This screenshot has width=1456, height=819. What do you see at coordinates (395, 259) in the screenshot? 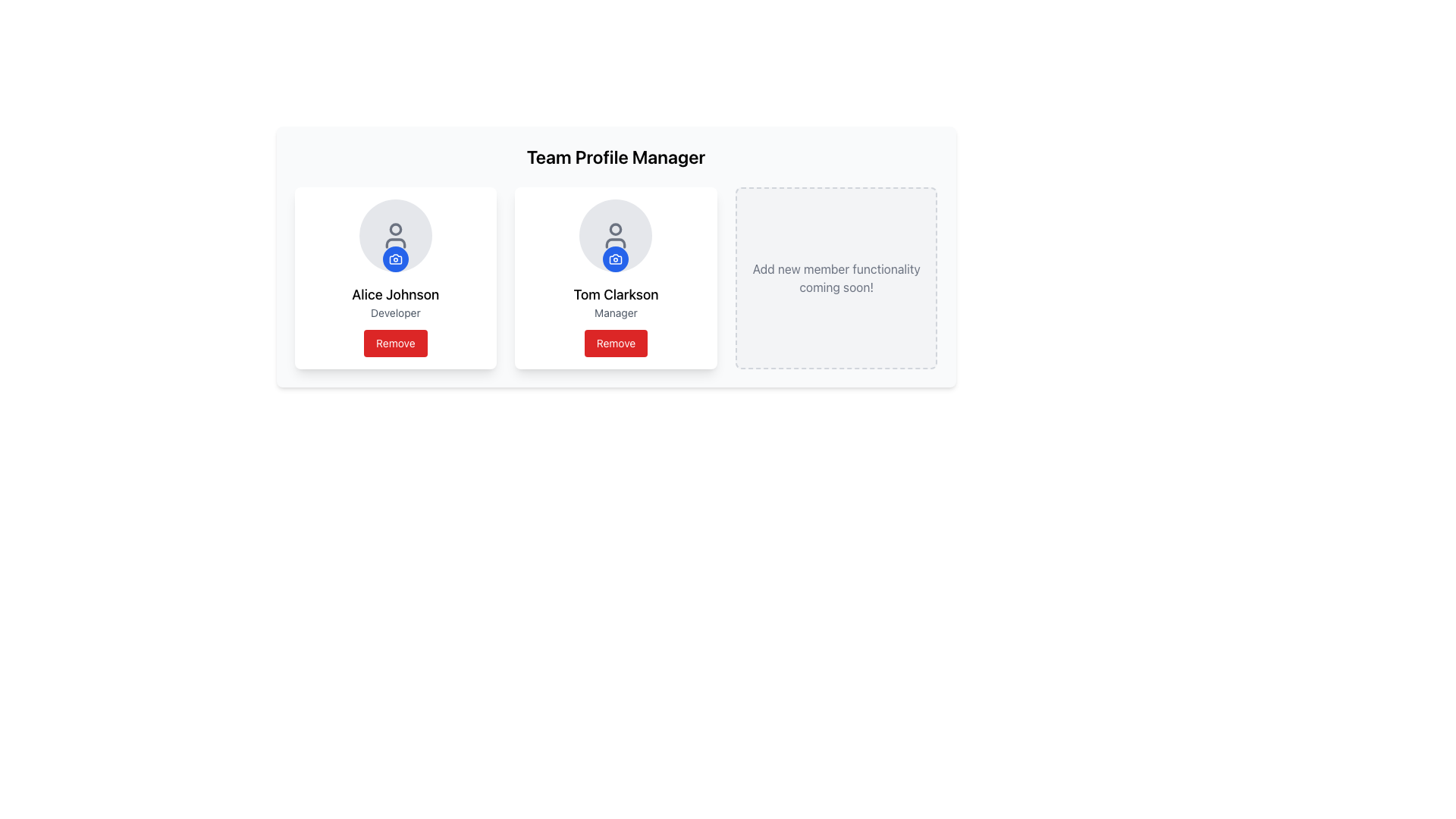
I see `the camera icon in Alice Johnson's user profile card, which is styled with a blue fill and positioned beneath her avatar` at bounding box center [395, 259].